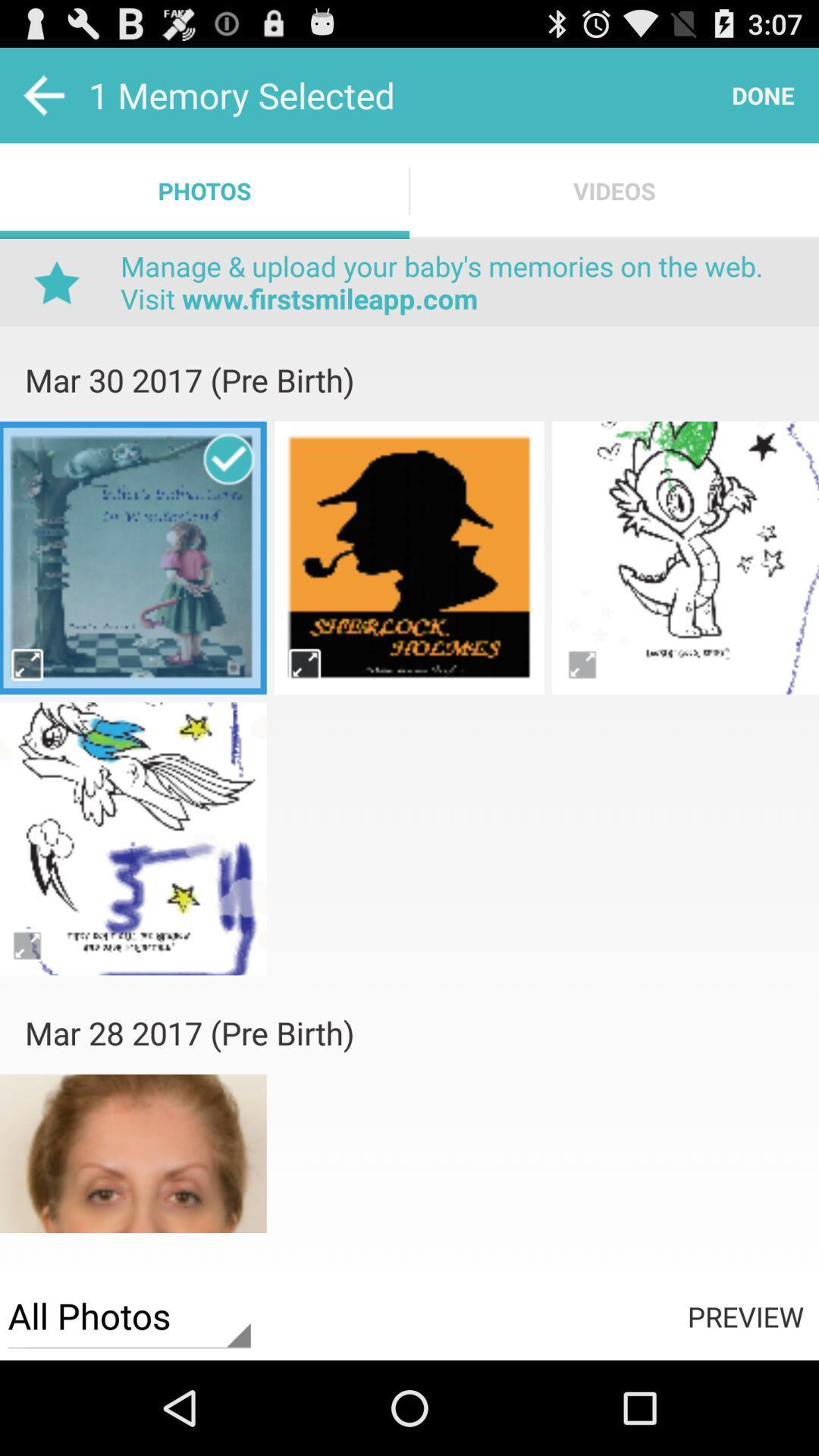 This screenshot has width=819, height=1456. What do you see at coordinates (304, 664) in the screenshot?
I see `search pega` at bounding box center [304, 664].